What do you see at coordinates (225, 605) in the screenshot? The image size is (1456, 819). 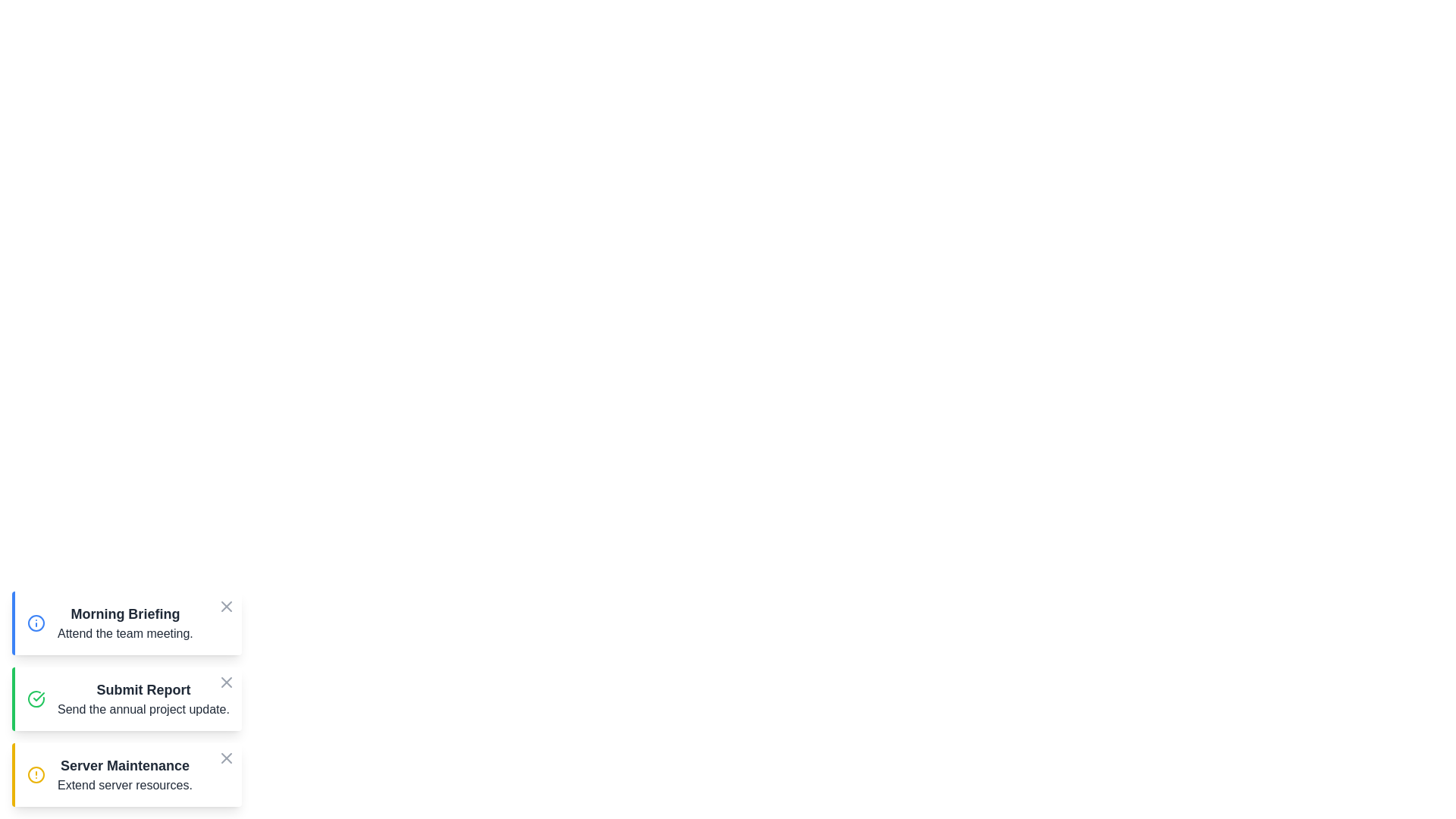 I see `the close button icon in the first notification card` at bounding box center [225, 605].